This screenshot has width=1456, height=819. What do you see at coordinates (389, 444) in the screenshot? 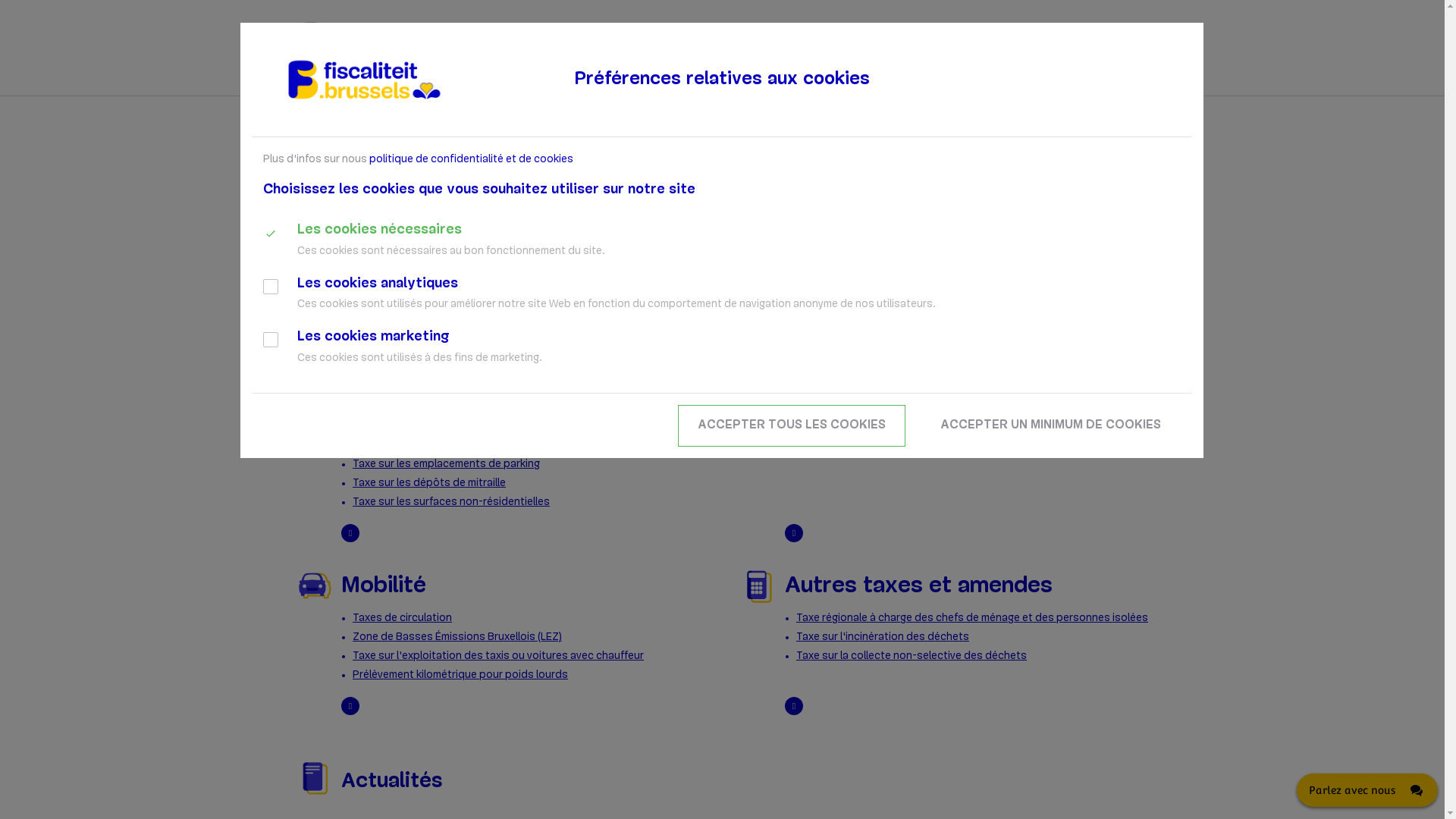
I see `'Prime BE HOME'` at bounding box center [389, 444].